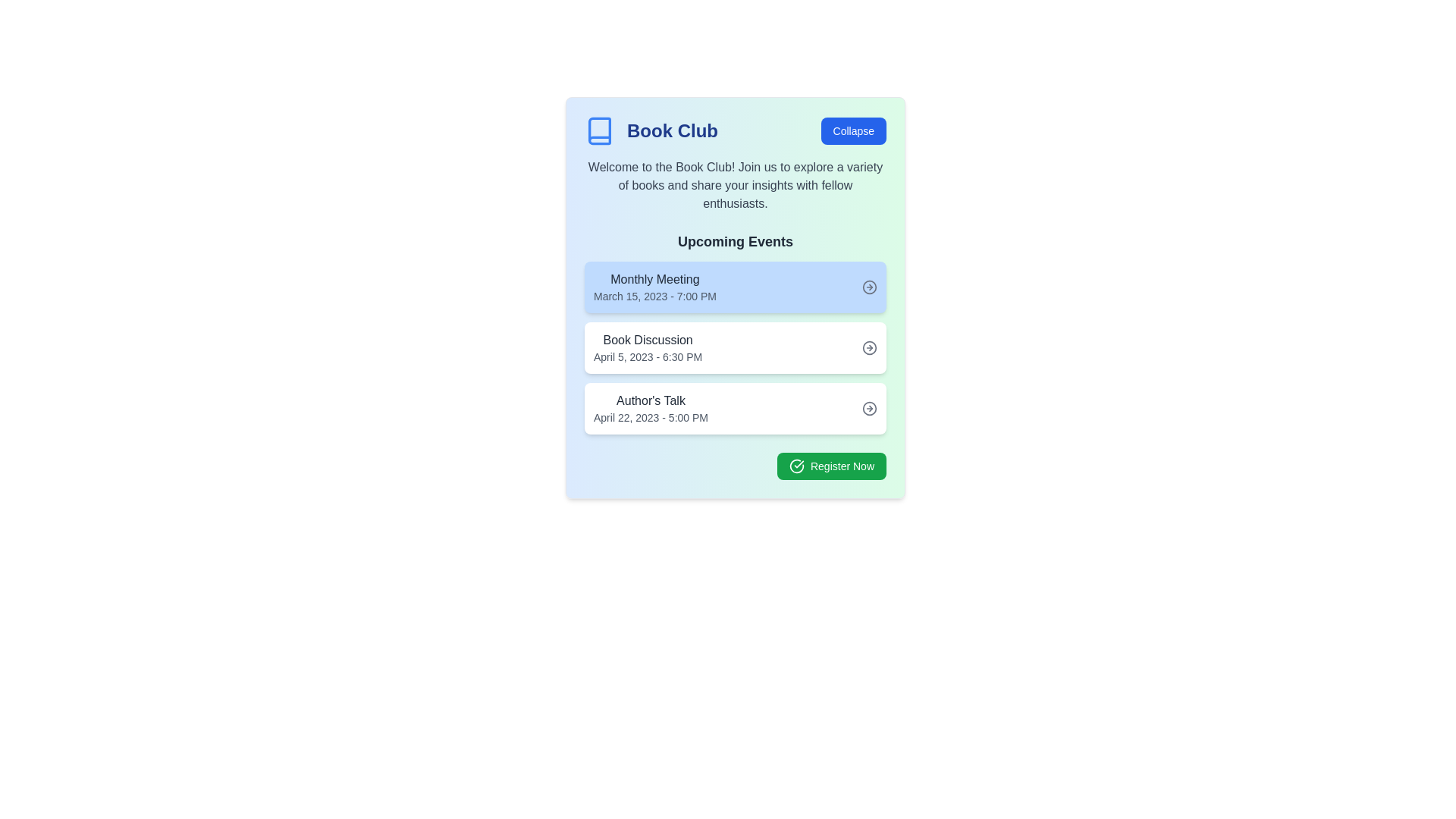  What do you see at coordinates (648, 348) in the screenshot?
I see `the 'Book Discussion' text label, which is styled in bold and contains the date and time 'April 5, 2023 - 6:30 PM', positioned as the second element in a vertical list of event cards under 'Upcoming Events'` at bounding box center [648, 348].